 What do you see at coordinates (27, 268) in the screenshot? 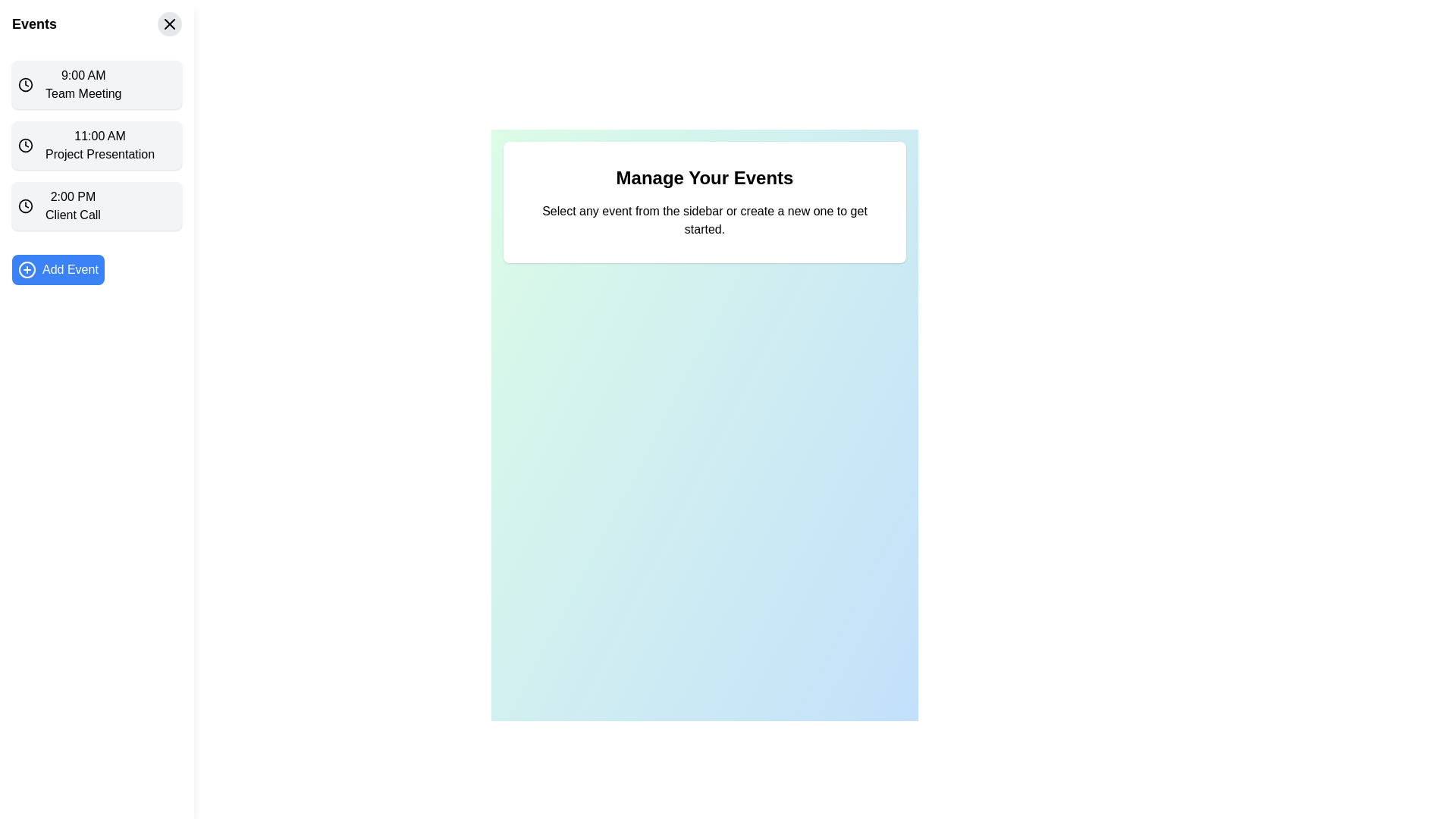
I see `the SVG Circle that is part of an icon on the left side of the interface, next to the 'Add Event' button` at bounding box center [27, 268].